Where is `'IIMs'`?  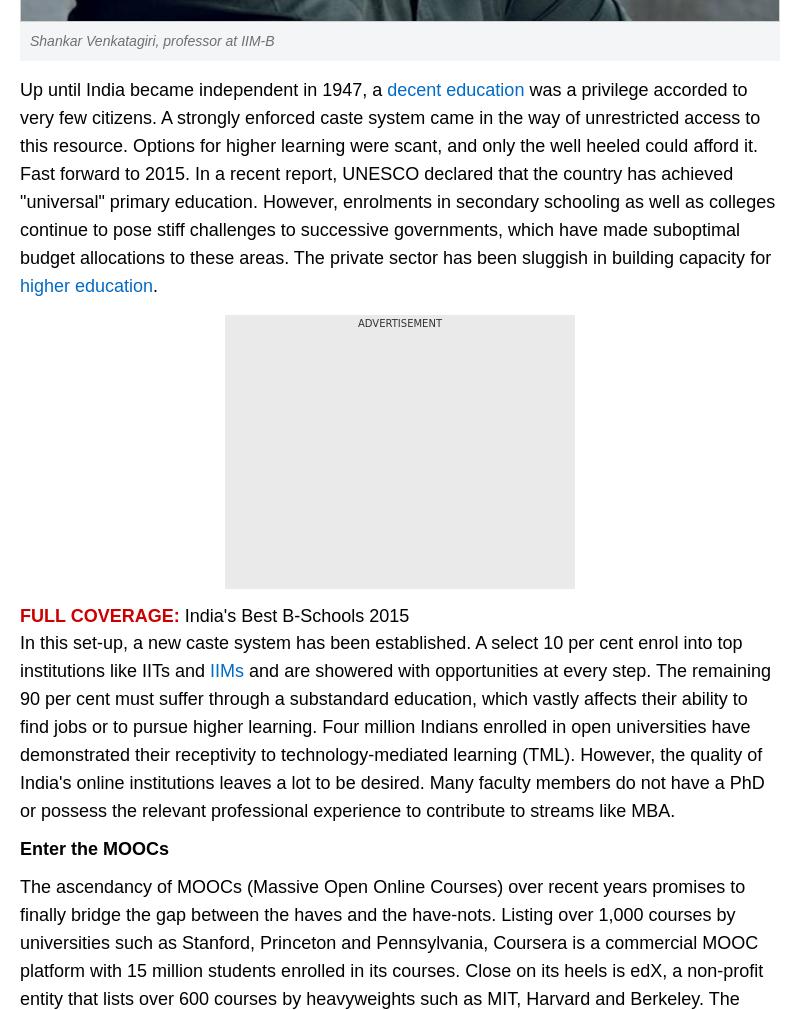
'IIMs' is located at coordinates (227, 670).